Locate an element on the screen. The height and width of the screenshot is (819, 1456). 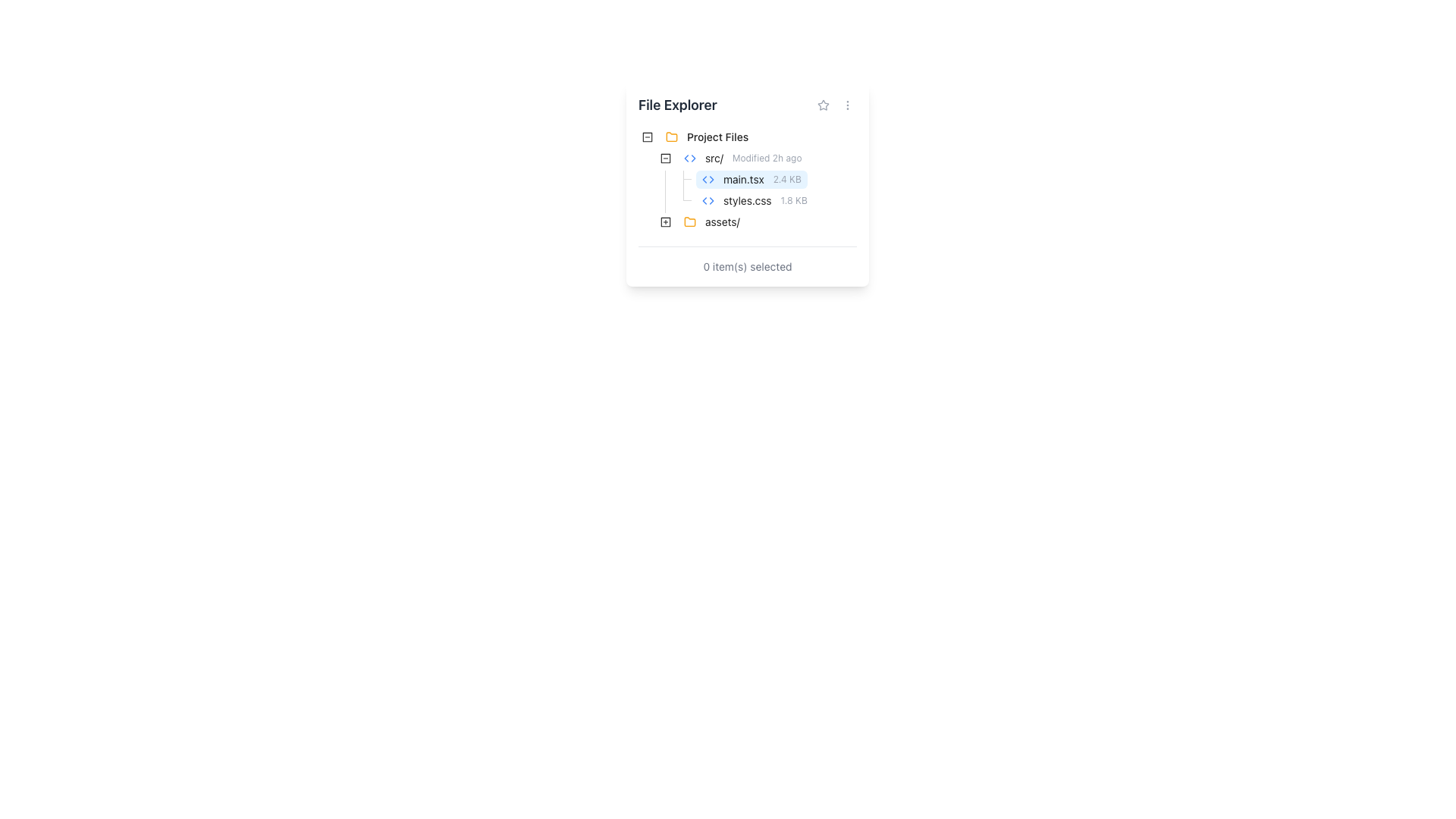
the star-shaped SVG icon located in the top-right corner of the file explorer widget, above the vertically aligned ellipsis menu icon is located at coordinates (822, 104).